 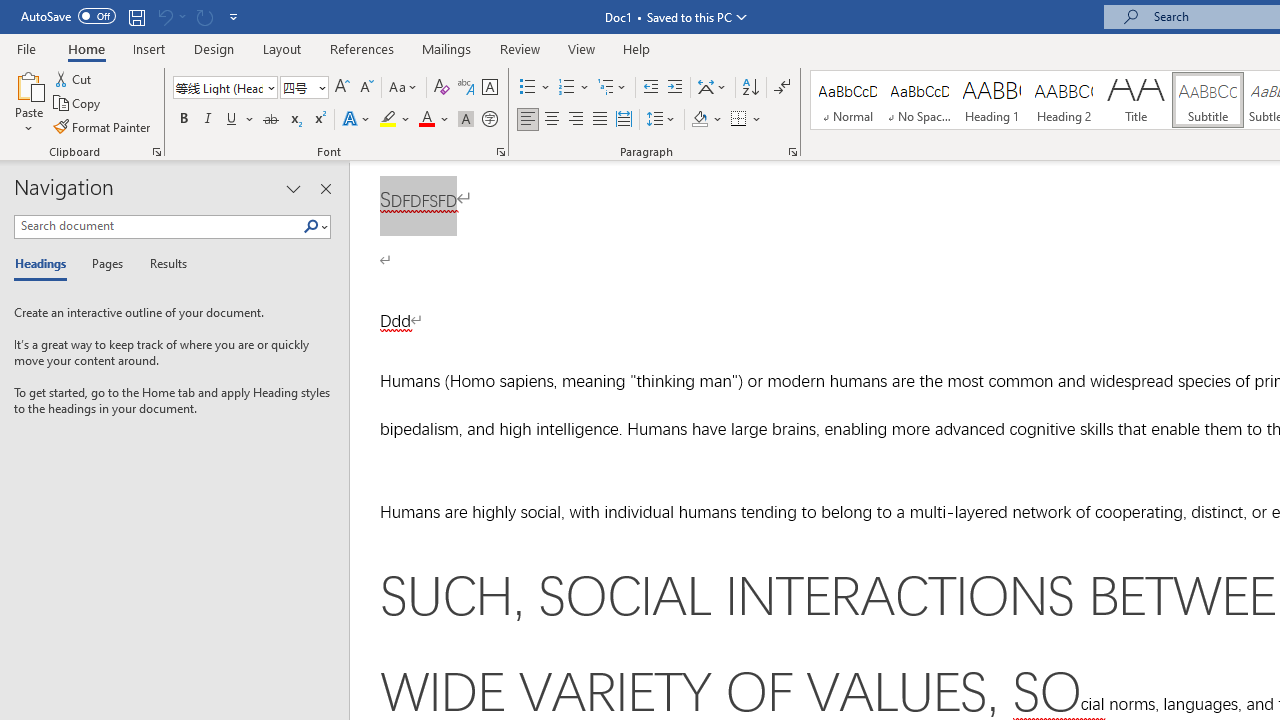 What do you see at coordinates (130, 16) in the screenshot?
I see `'Quick Access Toolbar'` at bounding box center [130, 16].